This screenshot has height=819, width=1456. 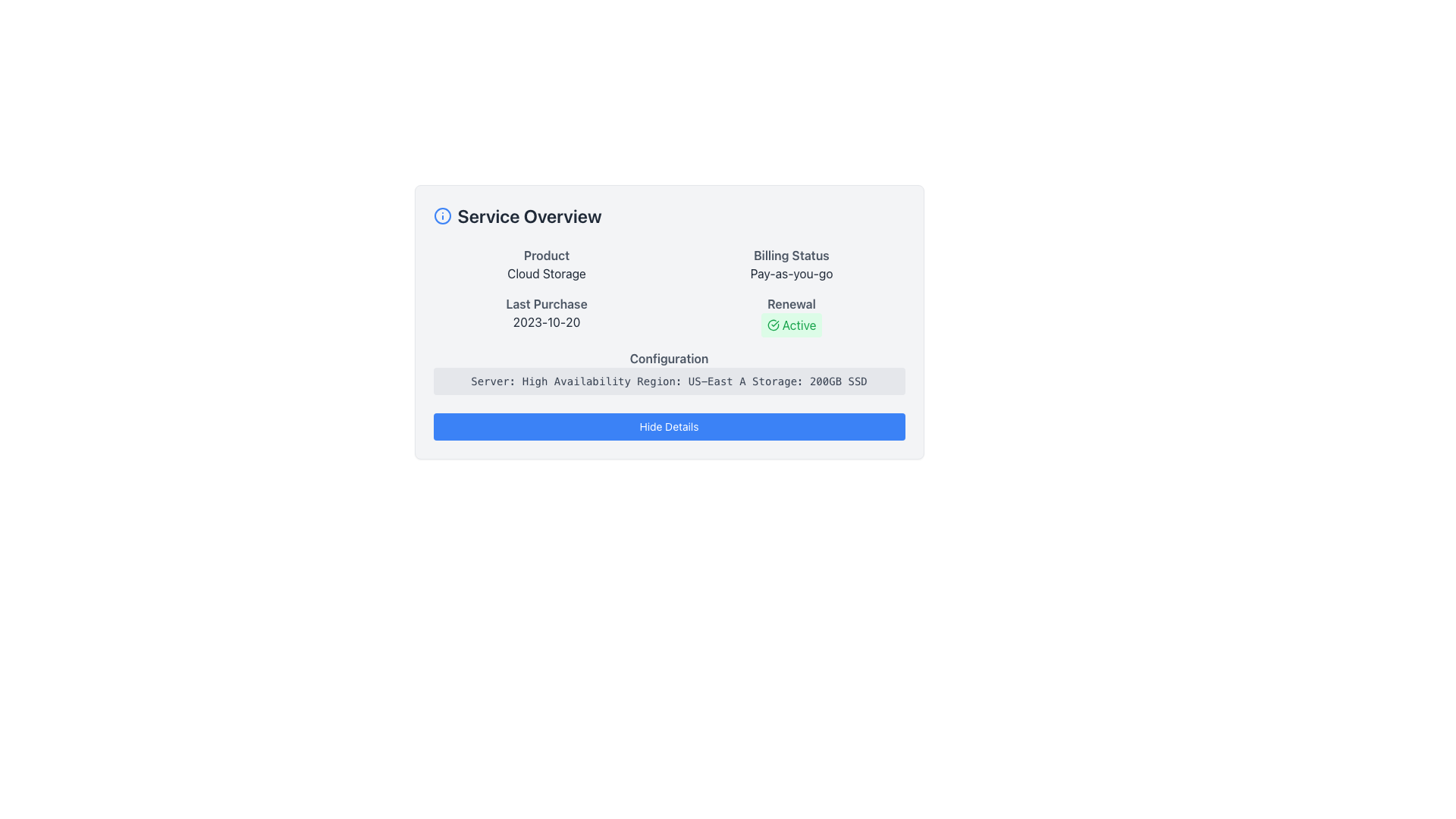 What do you see at coordinates (790, 263) in the screenshot?
I see `the static informational text element displaying 'Billing Status' and 'Pay-as-you-go' located in the top-right cell of the grid layout` at bounding box center [790, 263].